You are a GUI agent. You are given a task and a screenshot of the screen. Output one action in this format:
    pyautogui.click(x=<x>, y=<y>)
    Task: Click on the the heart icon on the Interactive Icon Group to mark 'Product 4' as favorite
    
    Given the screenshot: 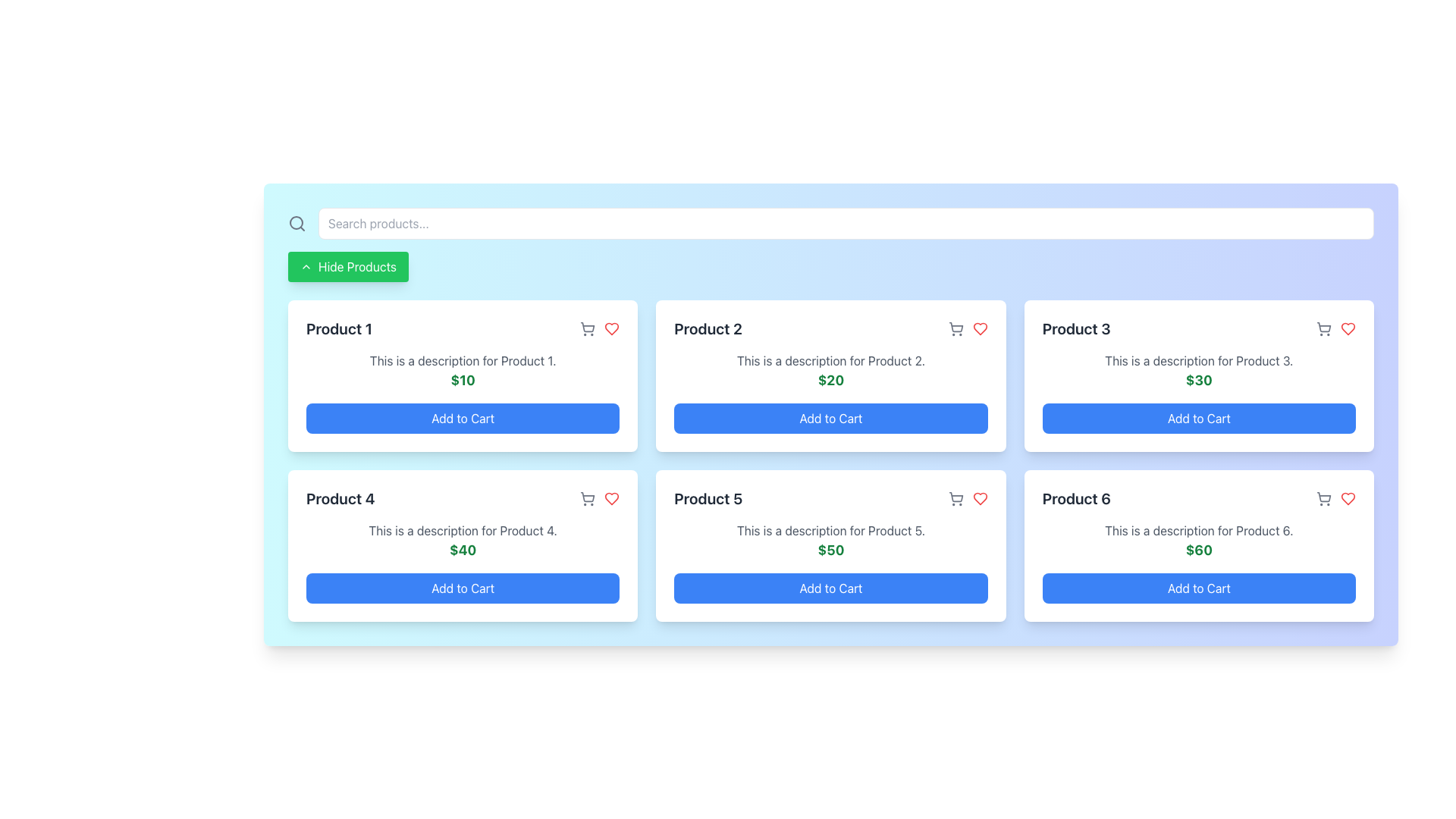 What is the action you would take?
    pyautogui.click(x=599, y=499)
    